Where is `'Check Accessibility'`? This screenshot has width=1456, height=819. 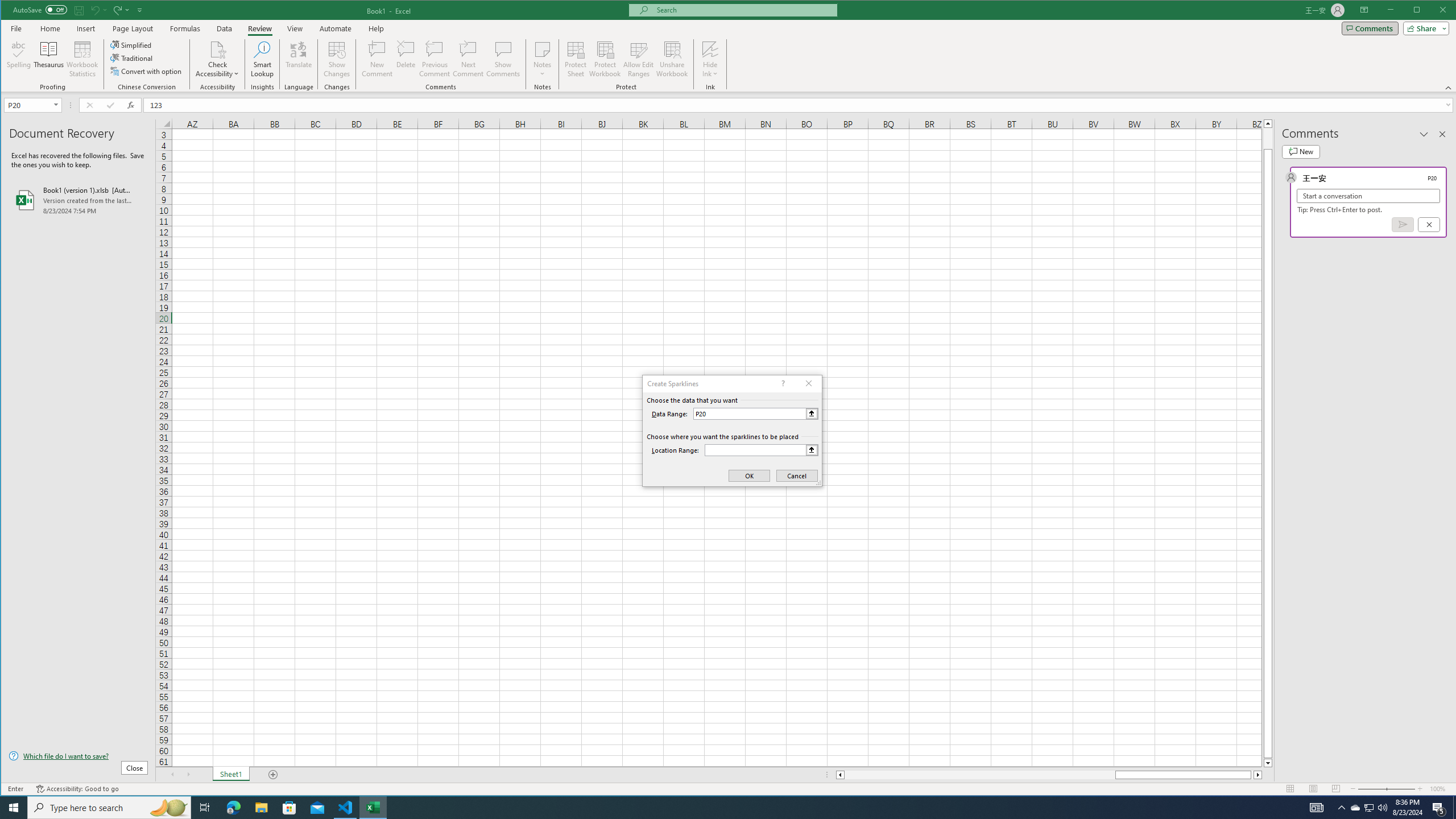
'Check Accessibility' is located at coordinates (217, 59).